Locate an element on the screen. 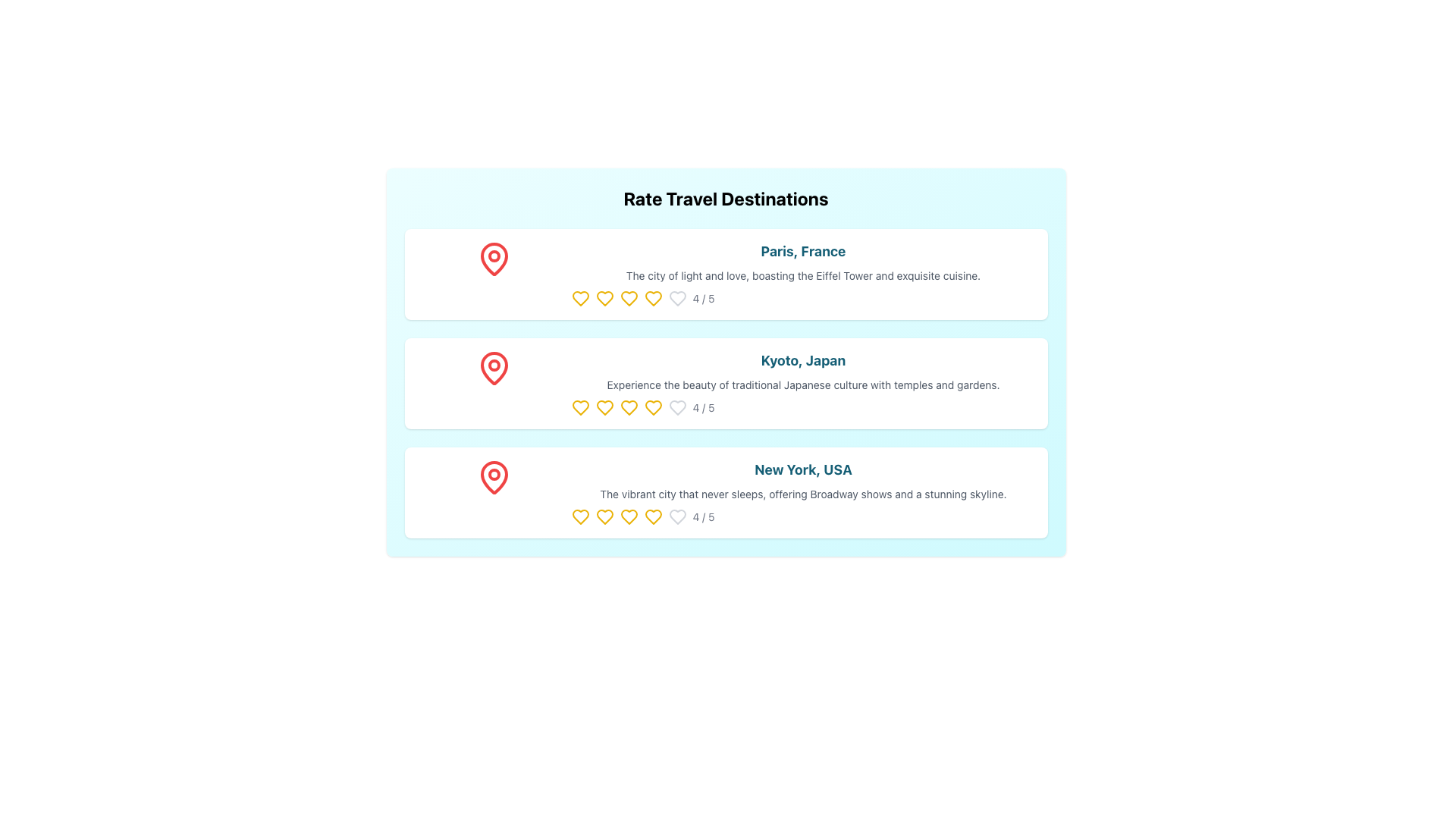 Image resolution: width=1456 pixels, height=819 pixels. the fourth heart-shaped rating icon below the text description for 'Paris, France' is located at coordinates (653, 298).